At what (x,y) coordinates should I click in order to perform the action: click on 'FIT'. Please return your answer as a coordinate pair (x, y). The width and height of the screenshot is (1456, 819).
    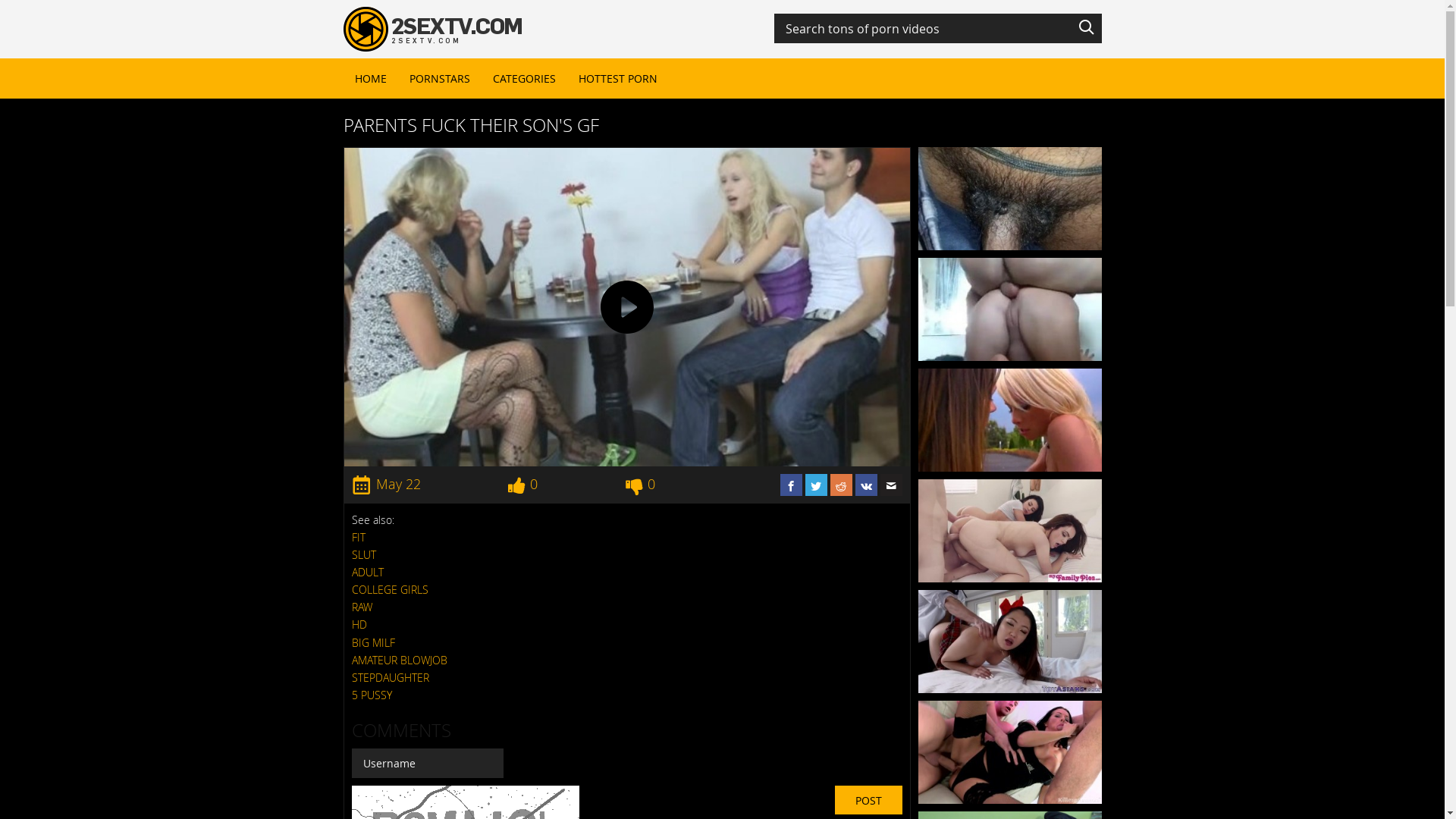
    Looking at the image, I should click on (358, 536).